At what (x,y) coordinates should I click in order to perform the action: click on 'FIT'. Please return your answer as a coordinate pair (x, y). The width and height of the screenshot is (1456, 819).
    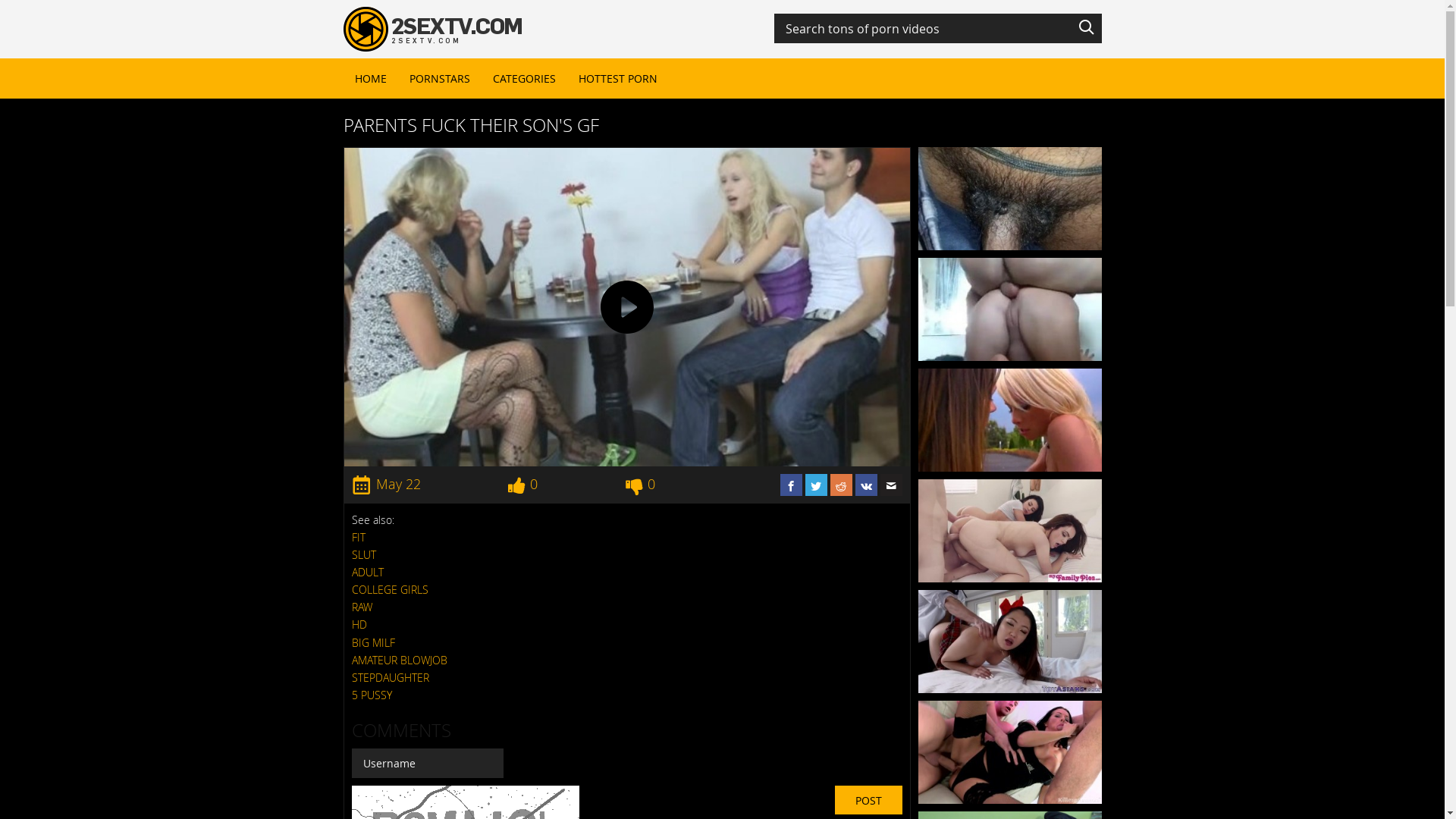
    Looking at the image, I should click on (358, 536).